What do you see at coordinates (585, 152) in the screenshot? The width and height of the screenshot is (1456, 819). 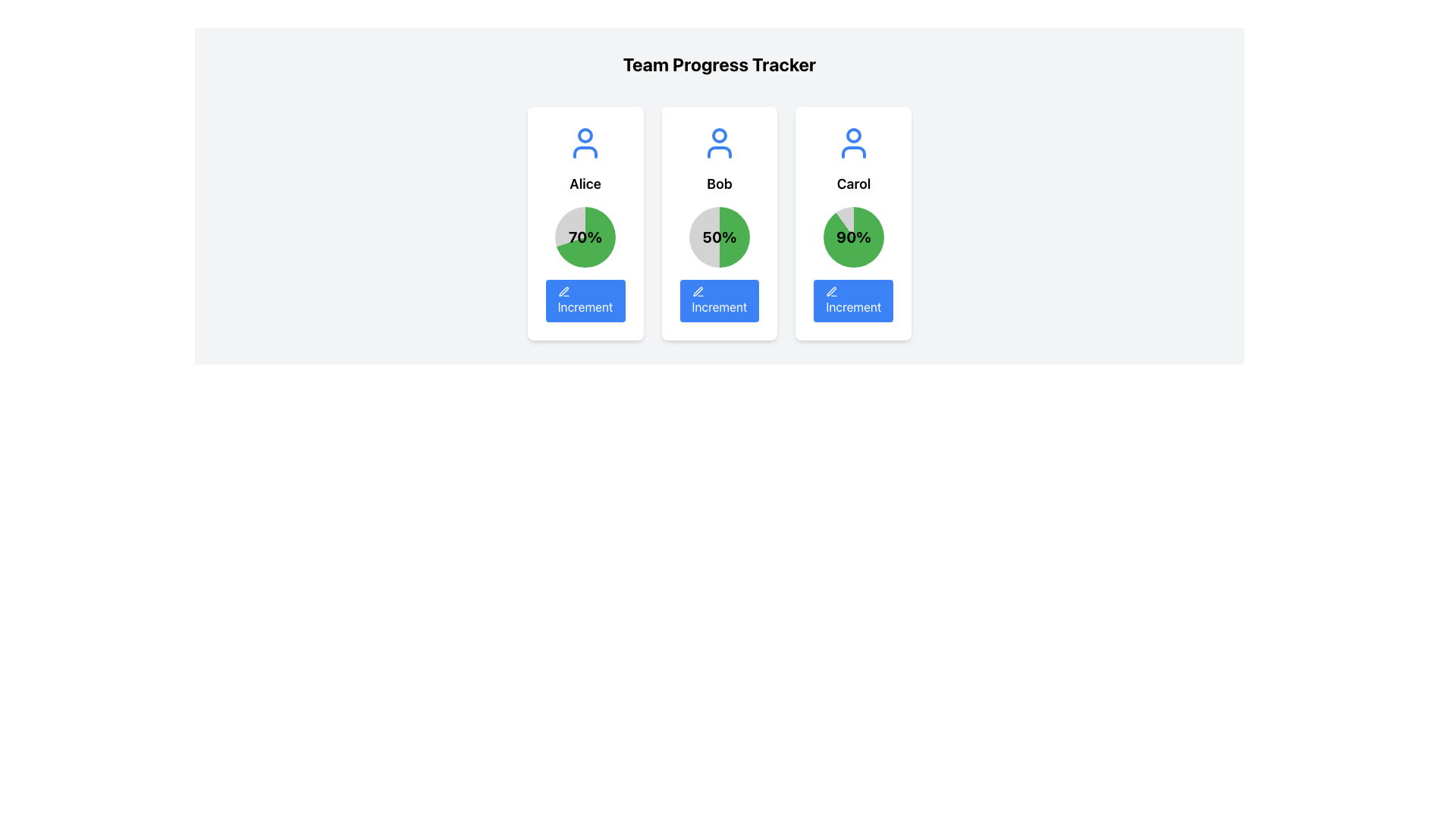 I see `the bottom portion of the SVG icon representing a person, located at the top of Alice's progress card` at bounding box center [585, 152].